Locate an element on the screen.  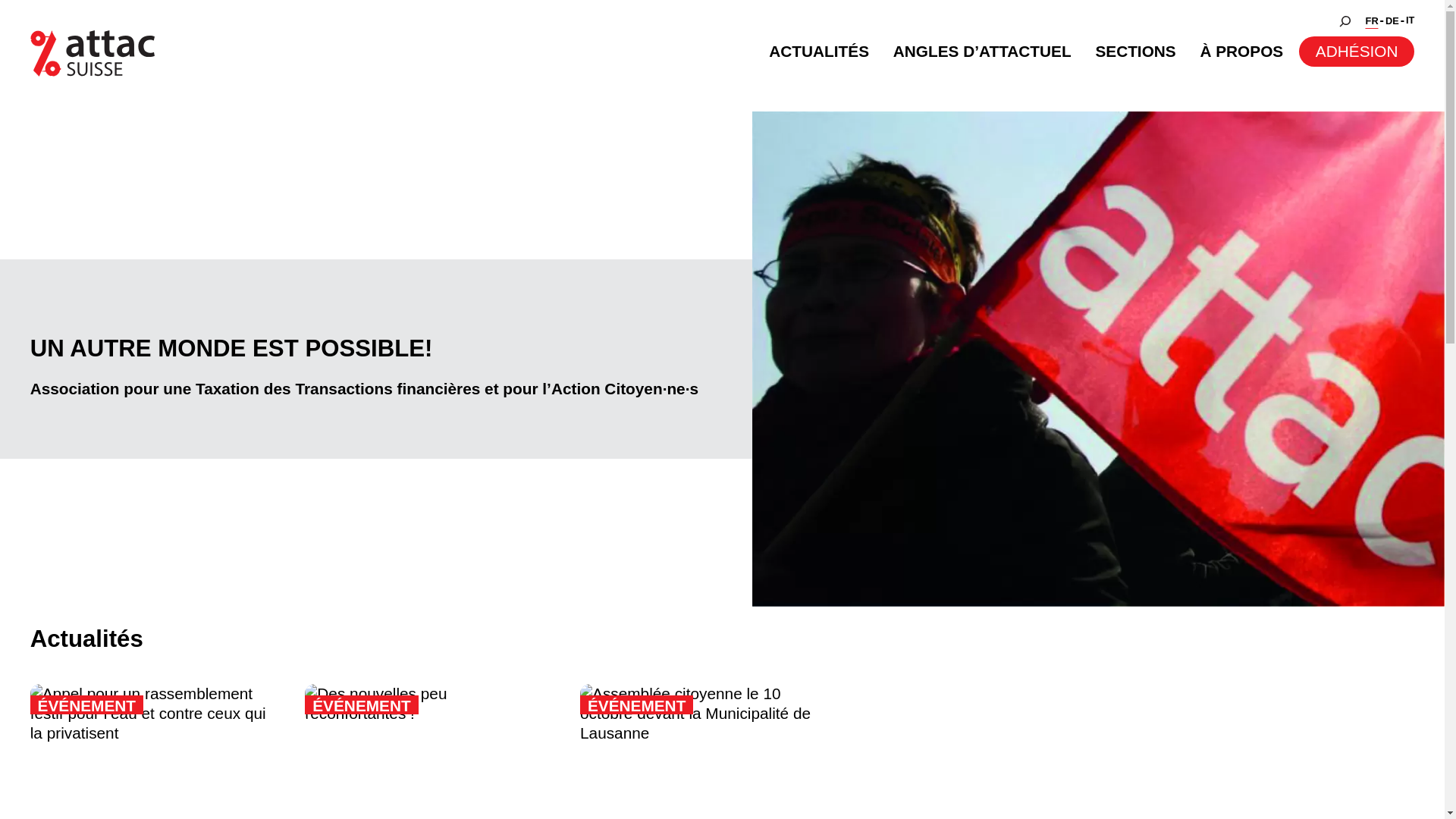
'DE' is located at coordinates (1392, 21).